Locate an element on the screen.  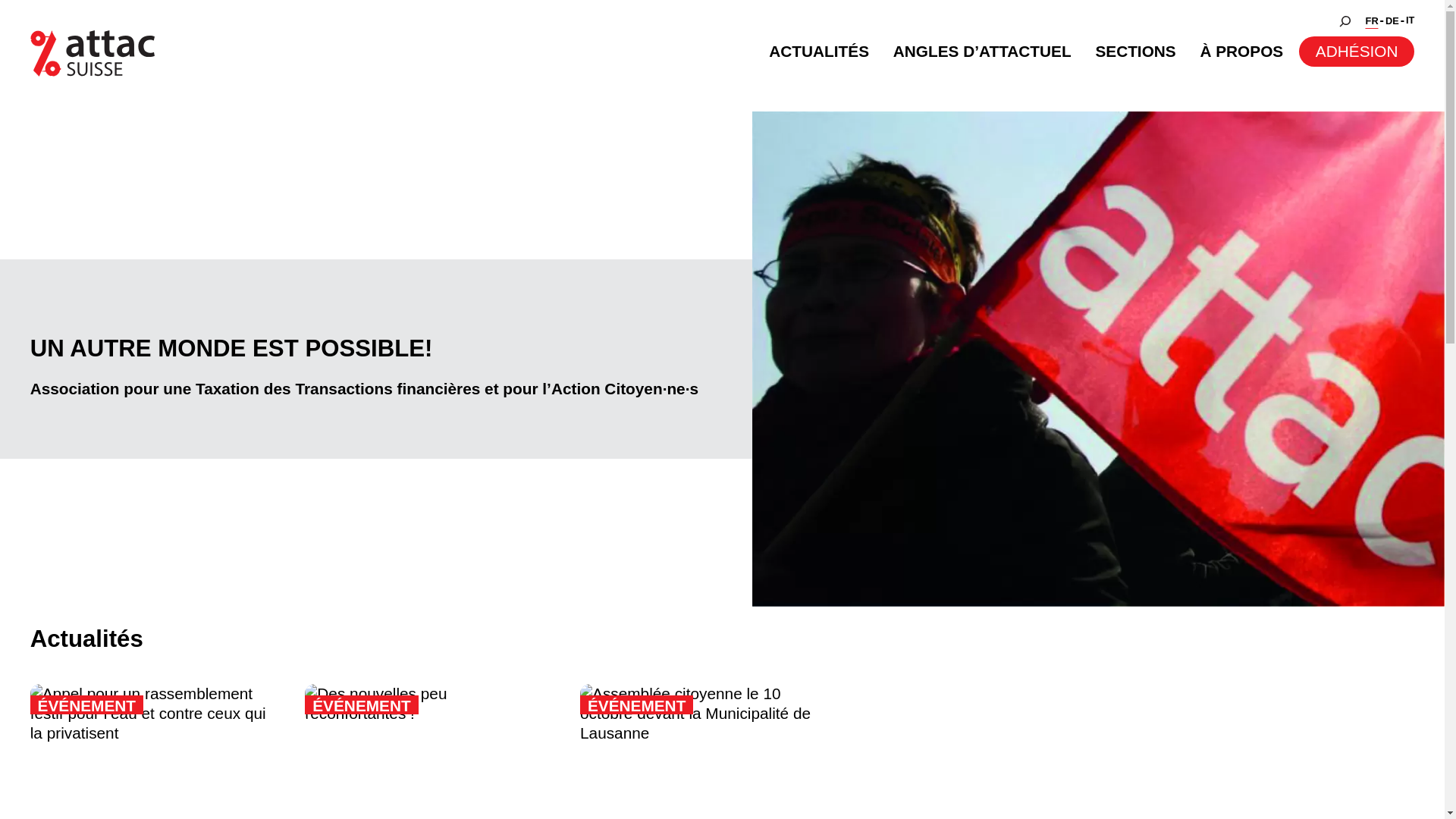
'DE' is located at coordinates (1392, 21).